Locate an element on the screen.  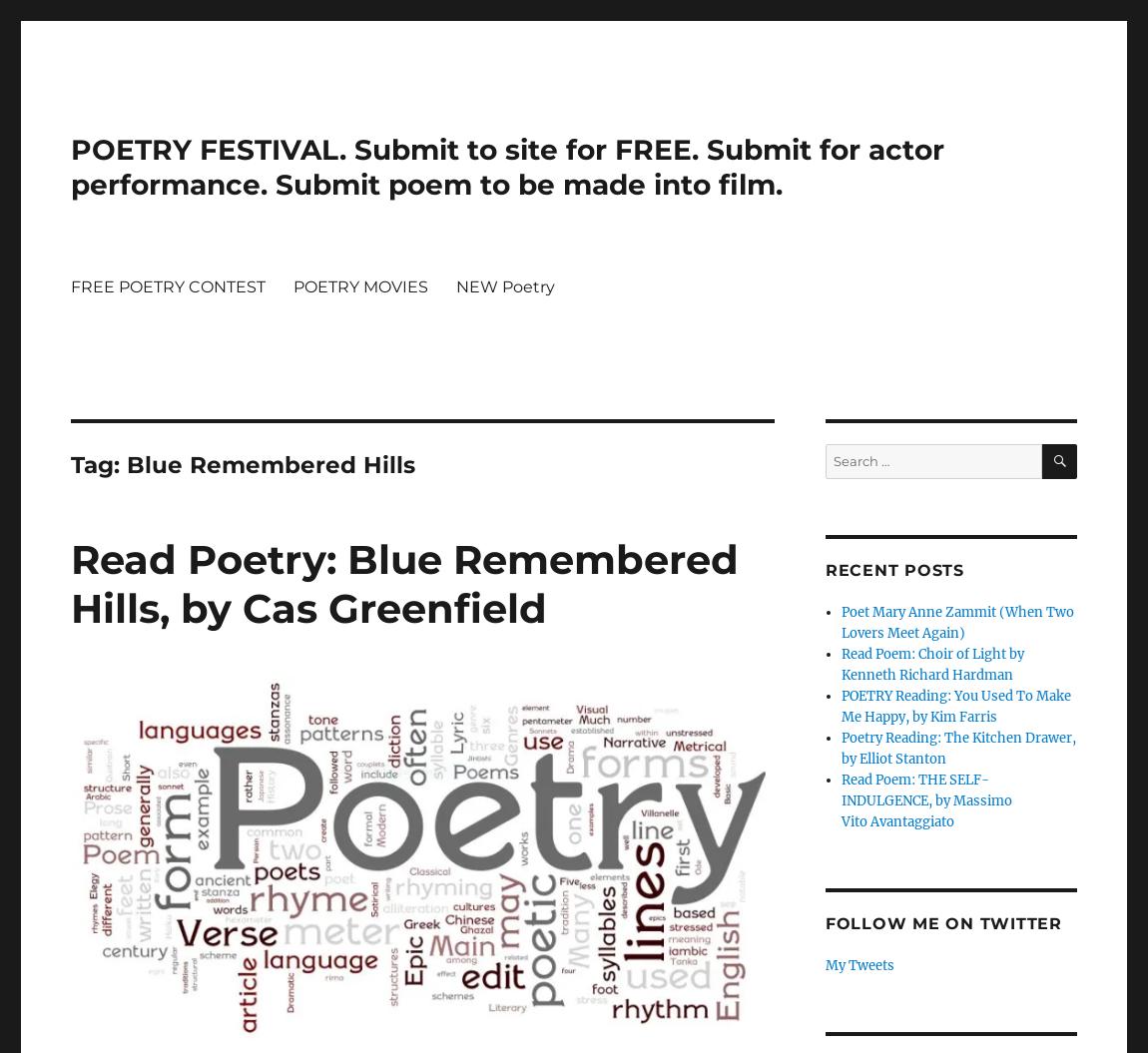
'Read Poem: Choir of Light by Kenneth Richard Hardman' is located at coordinates (932, 664).